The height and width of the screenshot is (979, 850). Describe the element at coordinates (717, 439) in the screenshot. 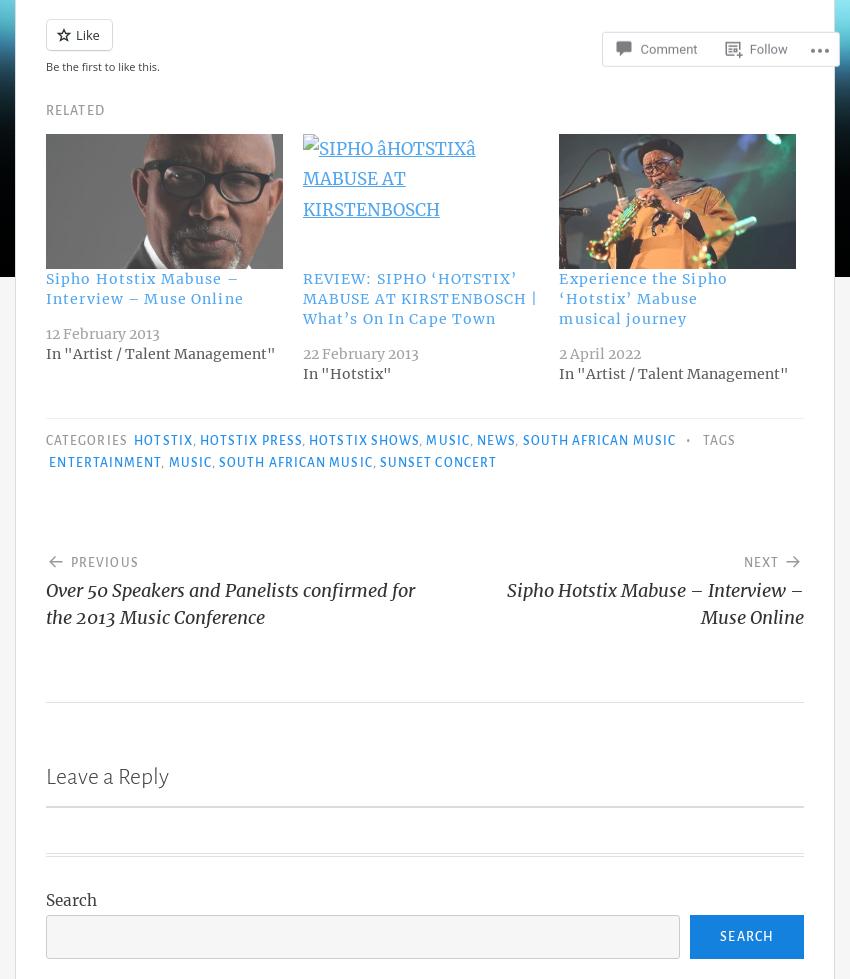

I see `'Tags'` at that location.